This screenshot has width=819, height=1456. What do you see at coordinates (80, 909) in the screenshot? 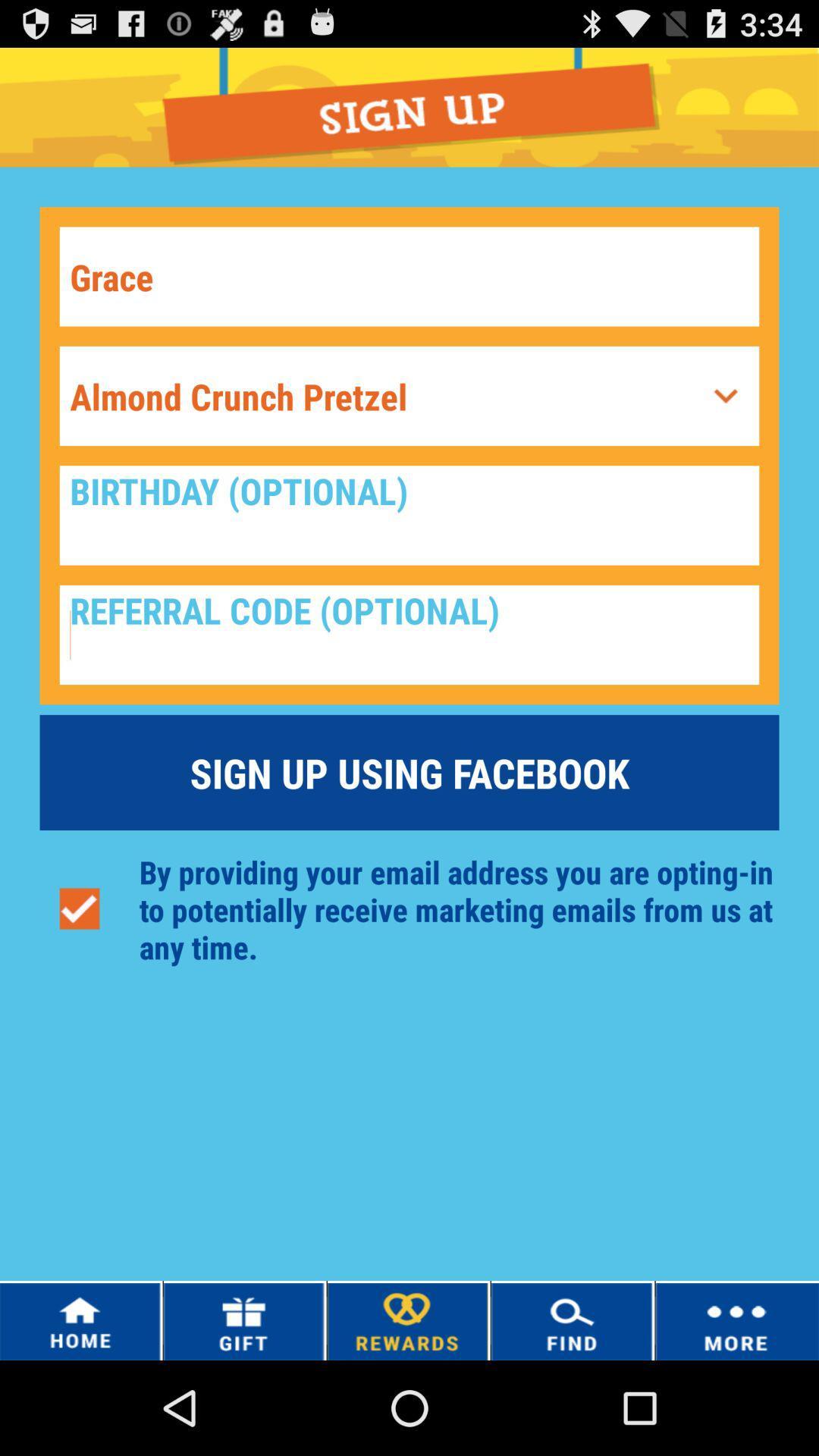
I see `the check box which is left side of the page` at bounding box center [80, 909].